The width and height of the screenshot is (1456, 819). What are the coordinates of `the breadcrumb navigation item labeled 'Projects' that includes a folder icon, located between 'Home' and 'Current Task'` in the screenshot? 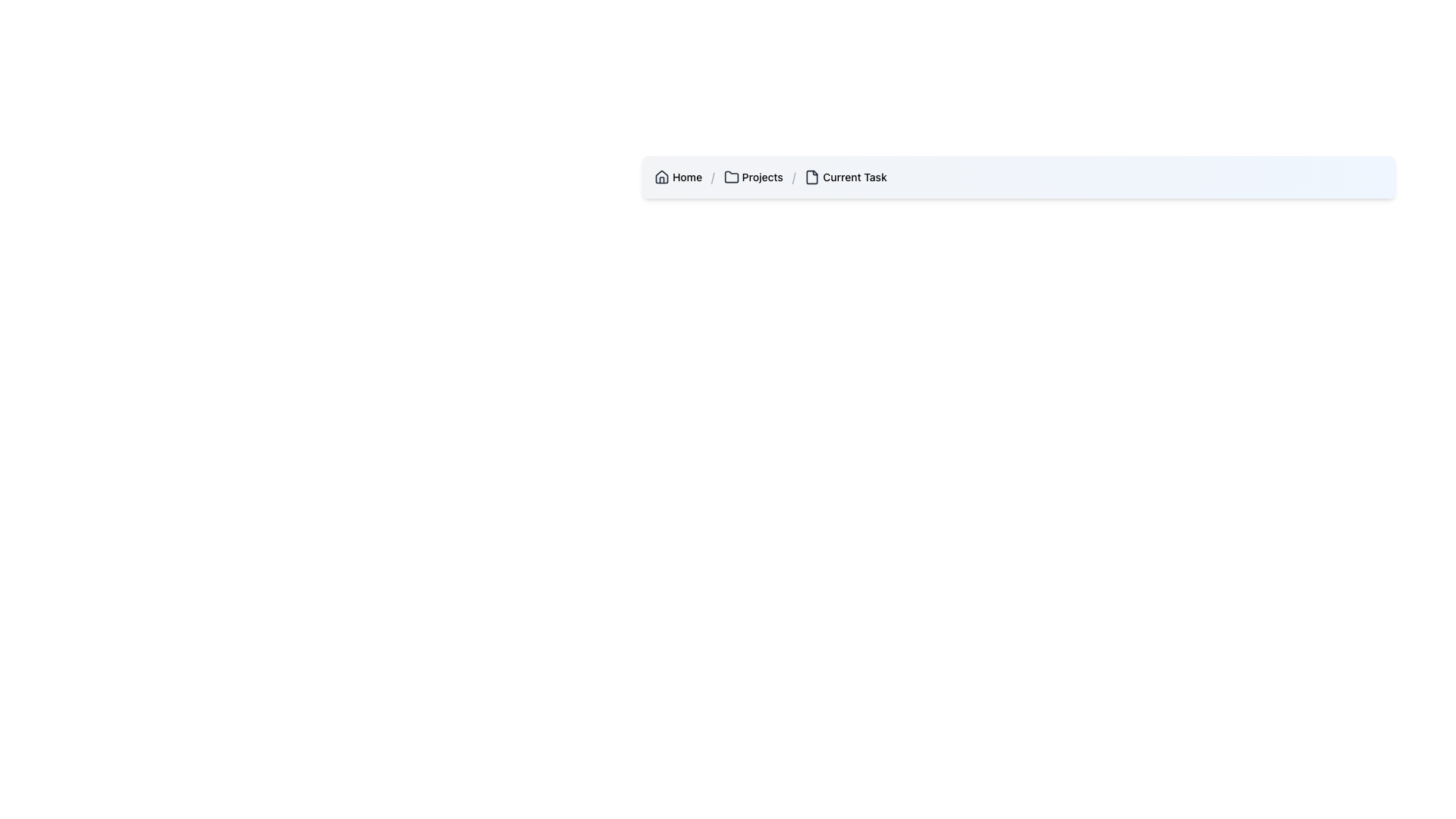 It's located at (753, 177).